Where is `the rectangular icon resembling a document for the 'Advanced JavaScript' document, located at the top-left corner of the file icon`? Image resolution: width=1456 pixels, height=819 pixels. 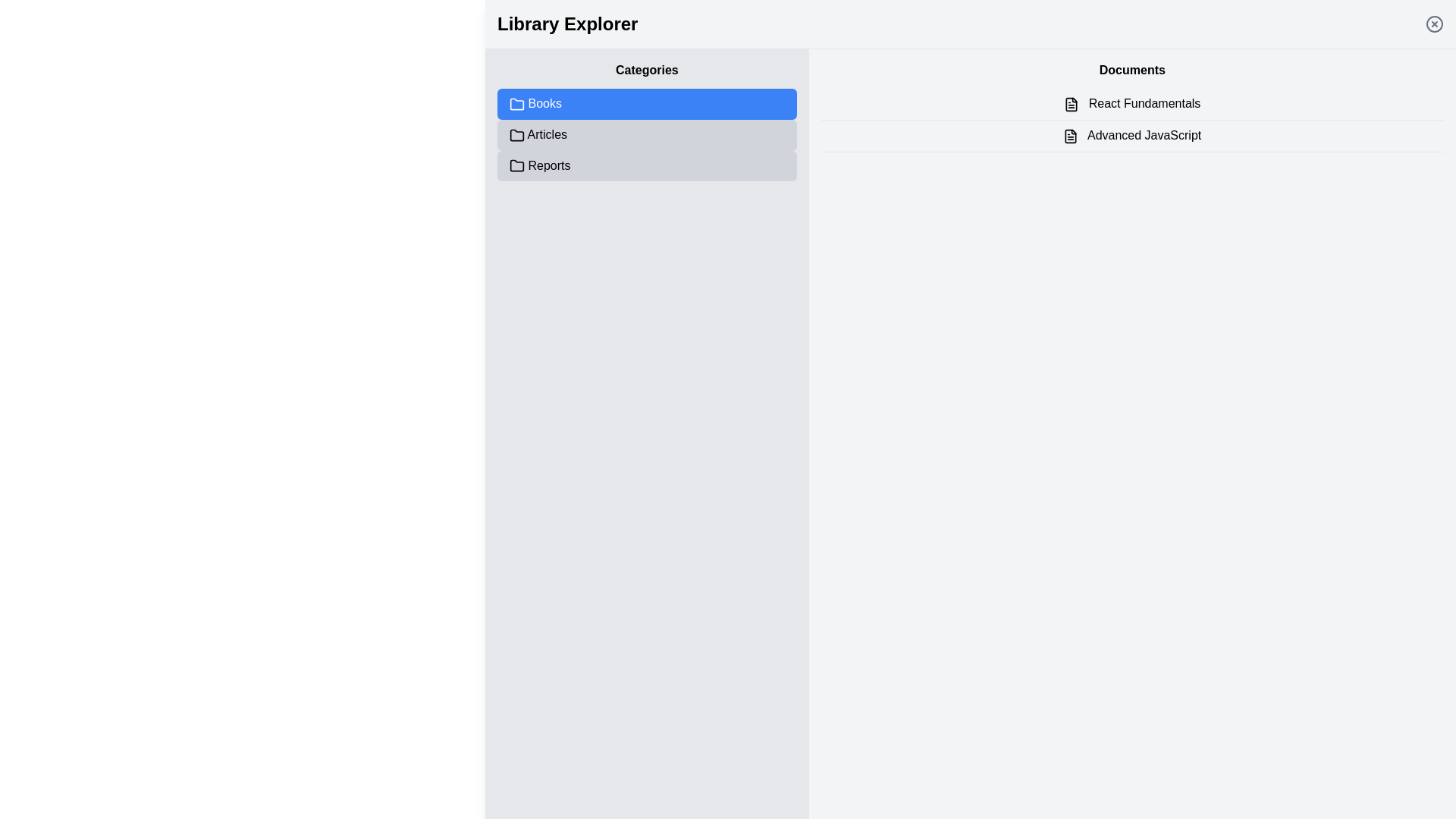 the rectangular icon resembling a document for the 'Advanced JavaScript' document, located at the top-left corner of the file icon is located at coordinates (1070, 135).